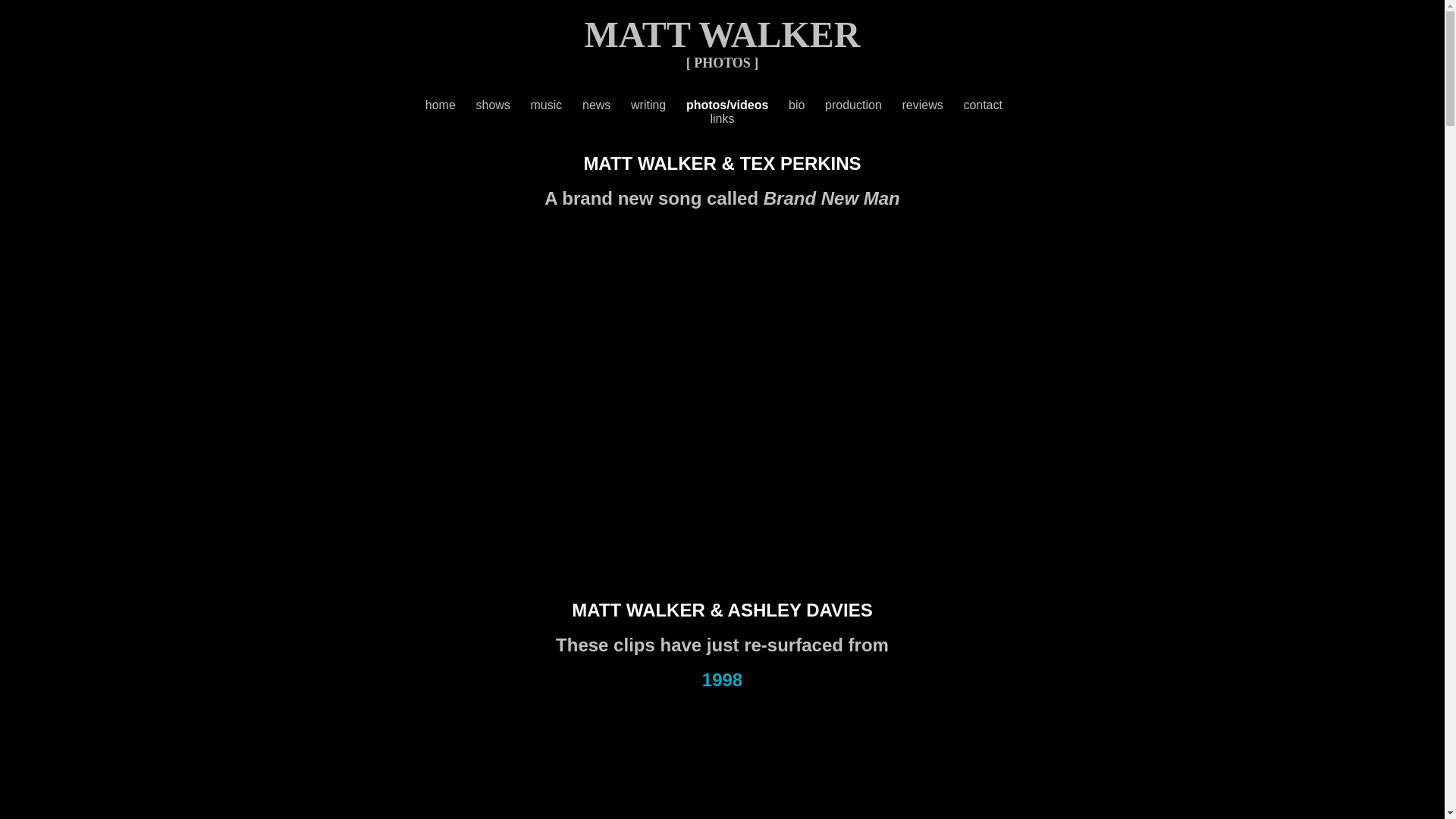 The width and height of the screenshot is (1456, 819). Describe the element at coordinates (595, 104) in the screenshot. I see `'news'` at that location.